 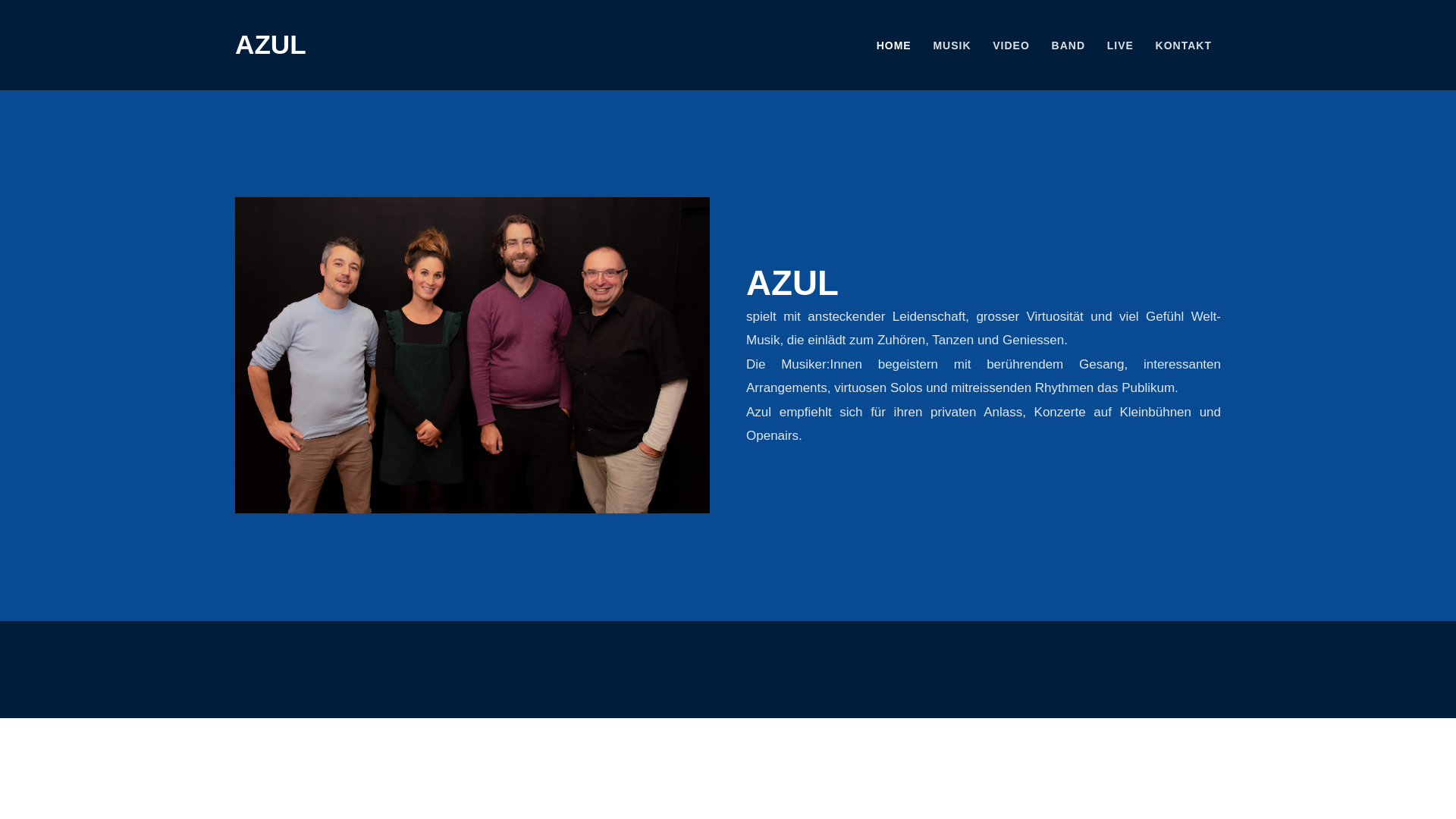 I want to click on 'LIVE', so click(x=1120, y=45).